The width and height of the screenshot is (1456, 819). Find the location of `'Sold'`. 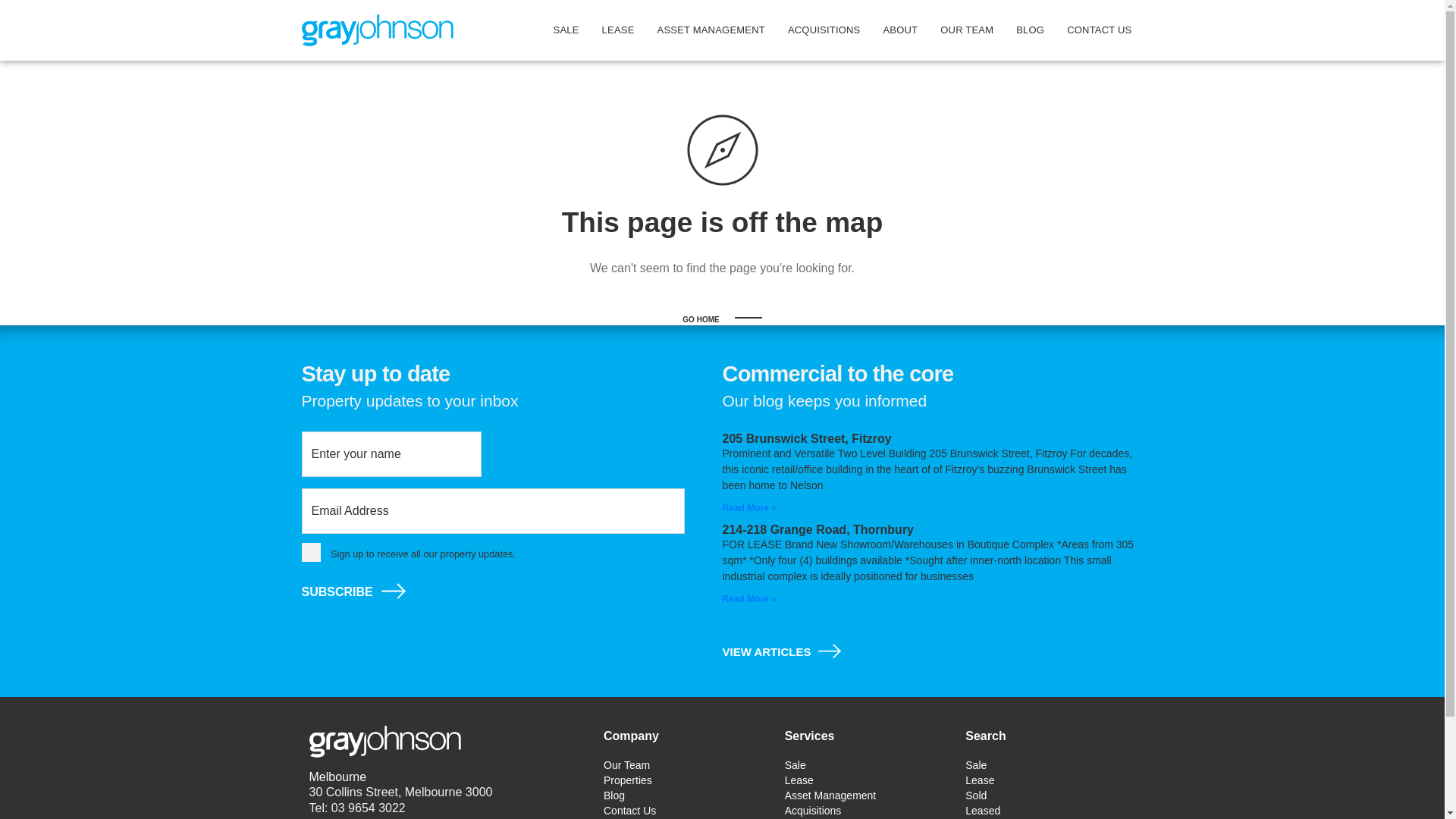

'Sold' is located at coordinates (964, 795).